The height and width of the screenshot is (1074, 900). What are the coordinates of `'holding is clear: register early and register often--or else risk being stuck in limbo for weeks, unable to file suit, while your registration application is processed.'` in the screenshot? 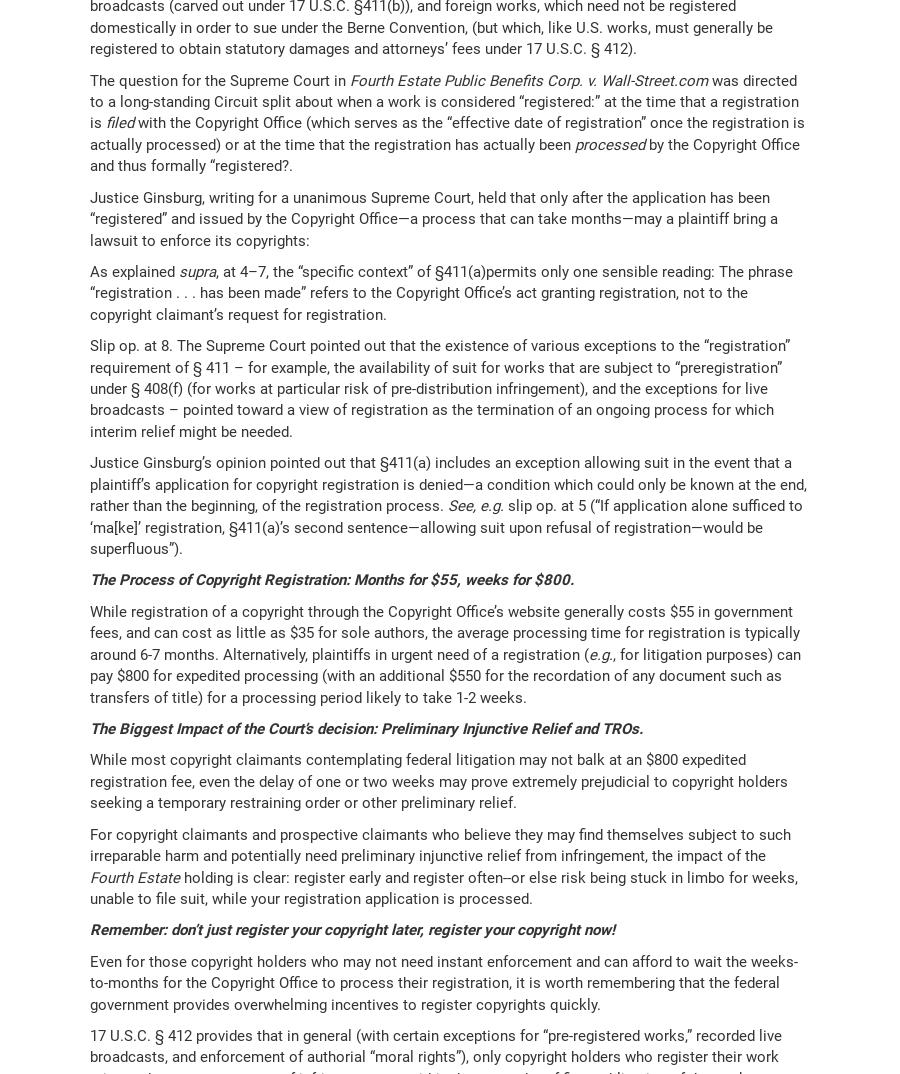 It's located at (443, 886).